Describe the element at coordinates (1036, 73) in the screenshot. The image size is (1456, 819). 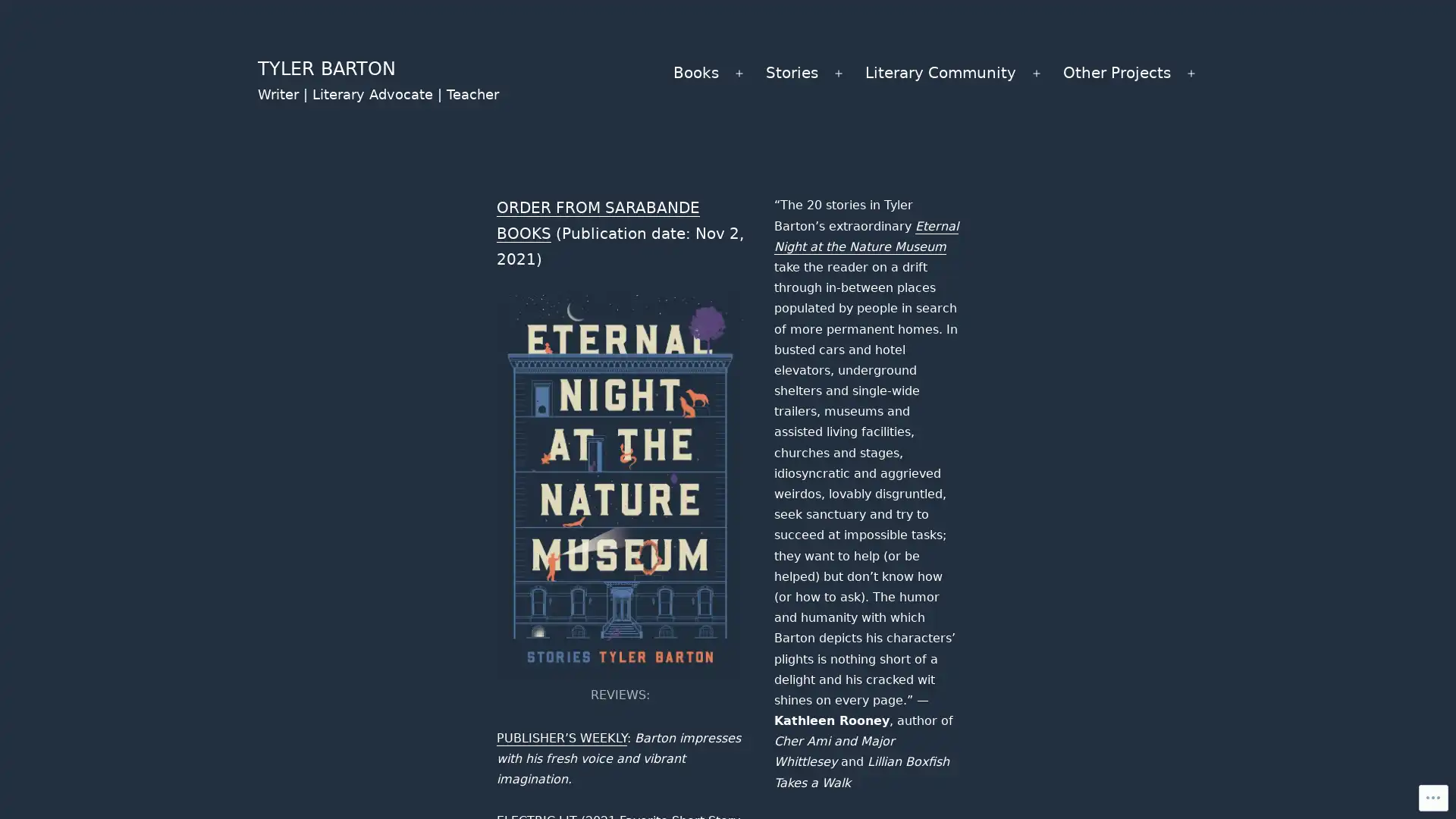
I see `Open menu` at that location.